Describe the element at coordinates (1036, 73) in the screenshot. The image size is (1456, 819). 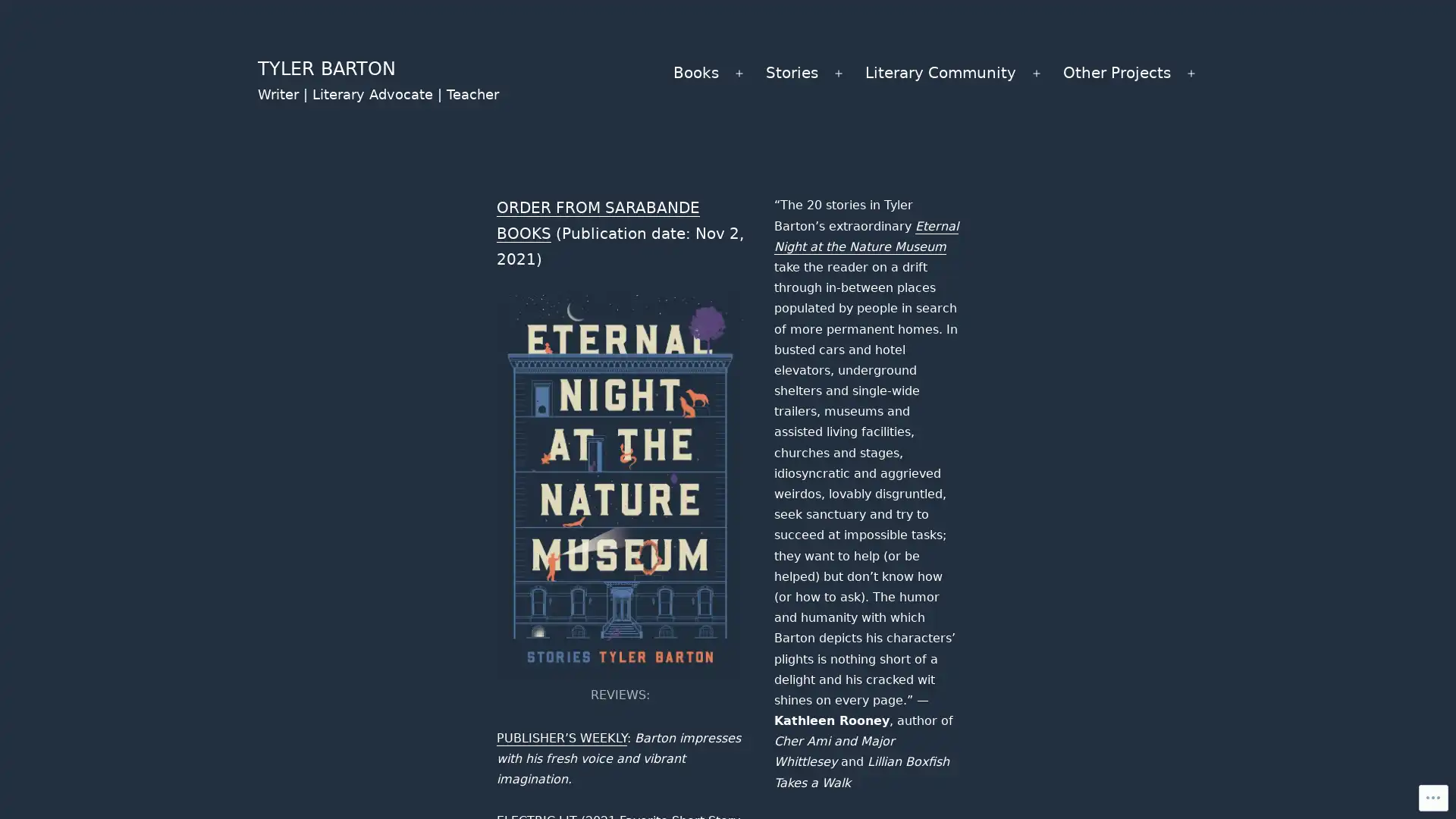
I see `Open menu` at that location.